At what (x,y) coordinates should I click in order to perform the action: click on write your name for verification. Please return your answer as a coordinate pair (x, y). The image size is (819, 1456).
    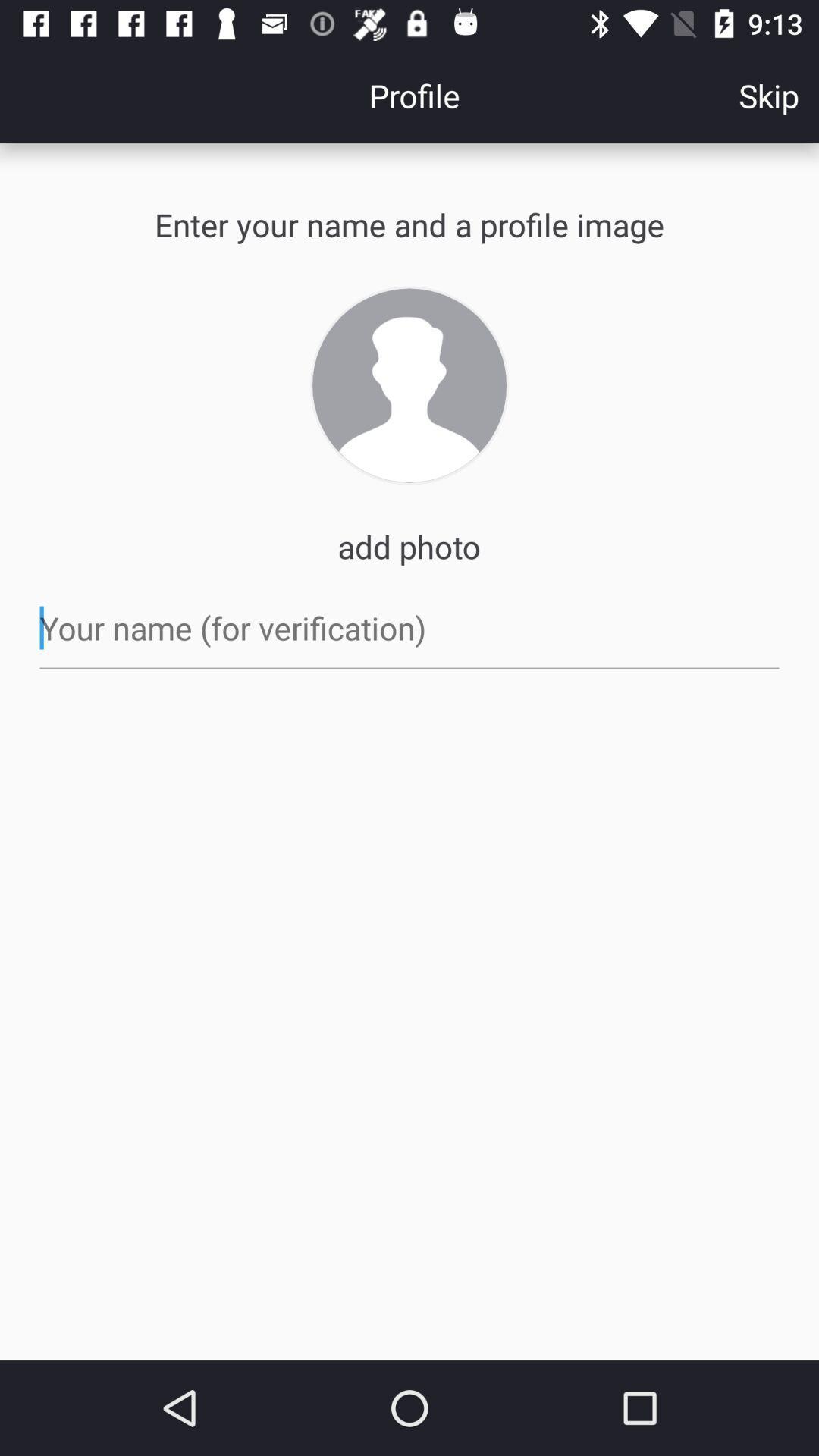
    Looking at the image, I should click on (409, 628).